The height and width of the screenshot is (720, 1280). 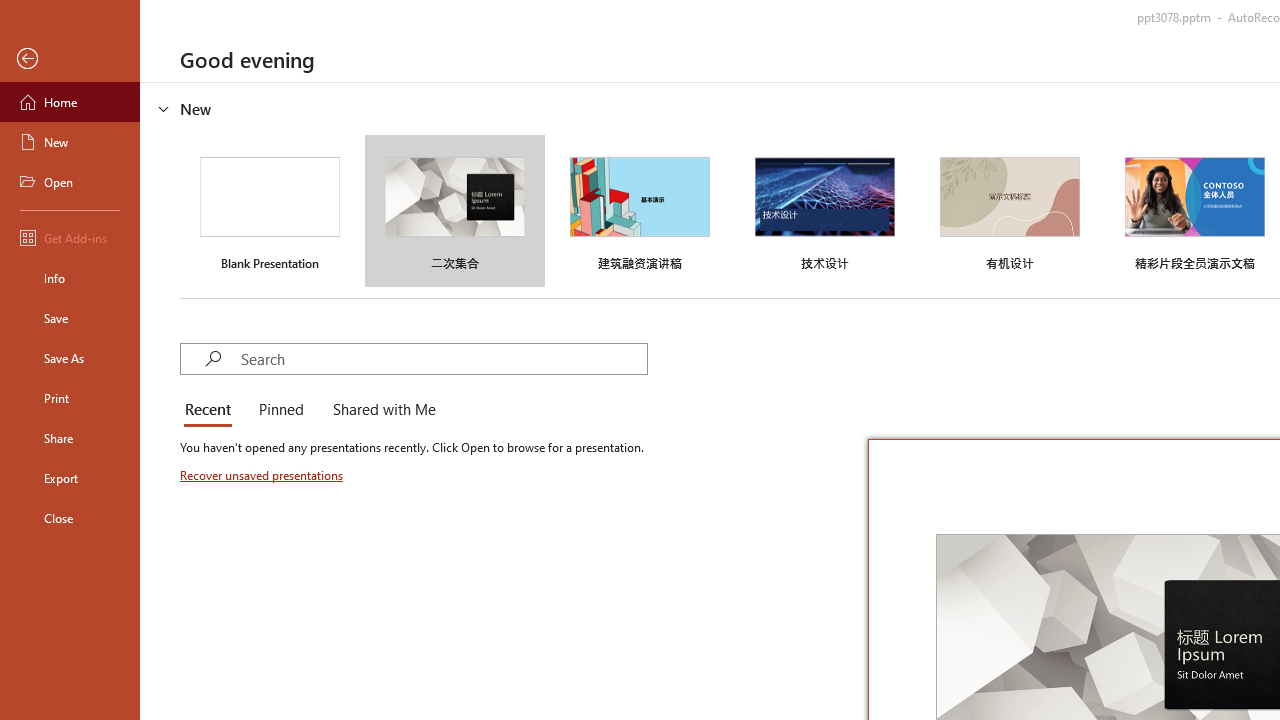 I want to click on 'Pinned', so click(x=279, y=410).